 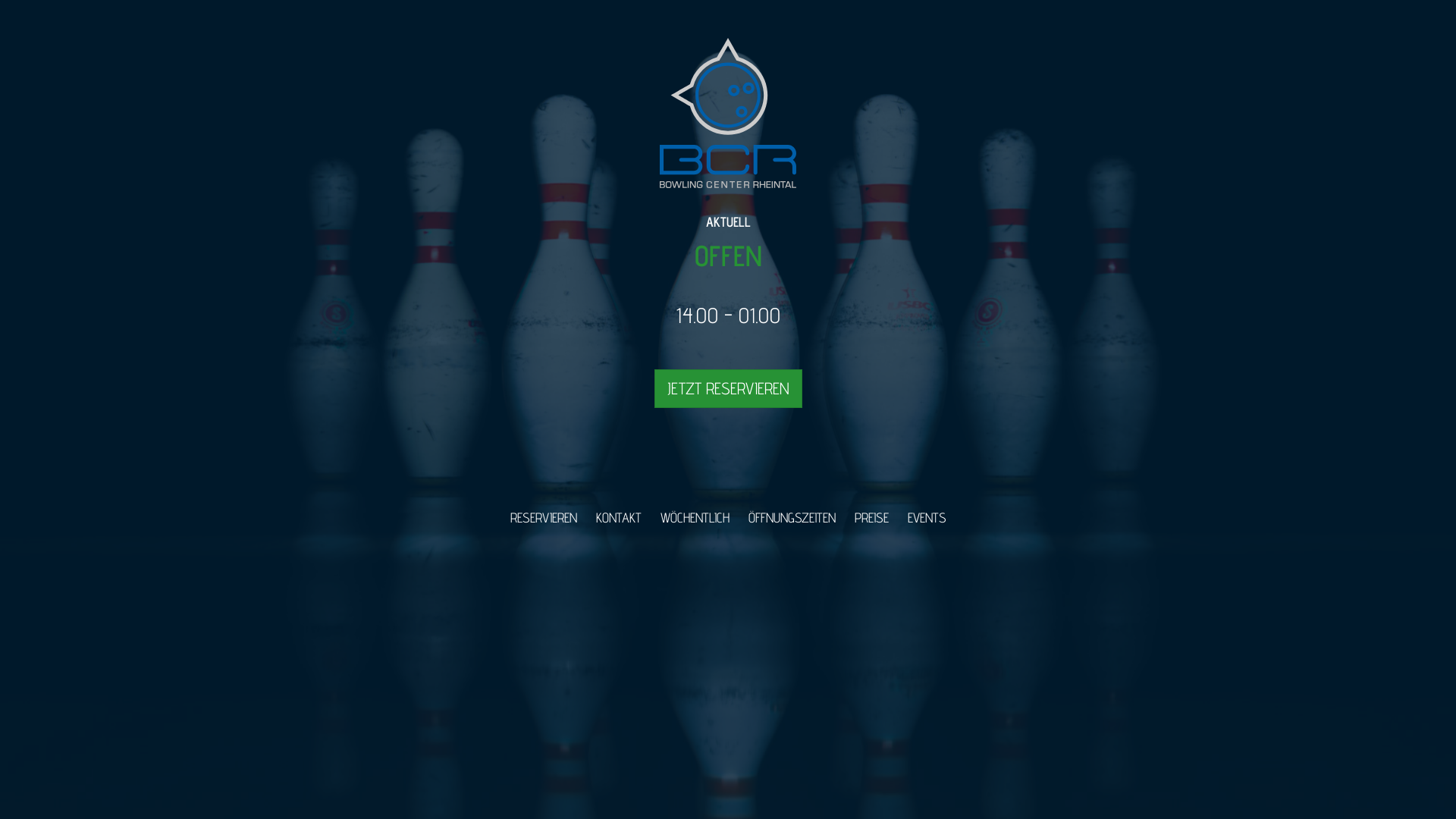 I want to click on 'PREISE', so click(x=846, y=516).